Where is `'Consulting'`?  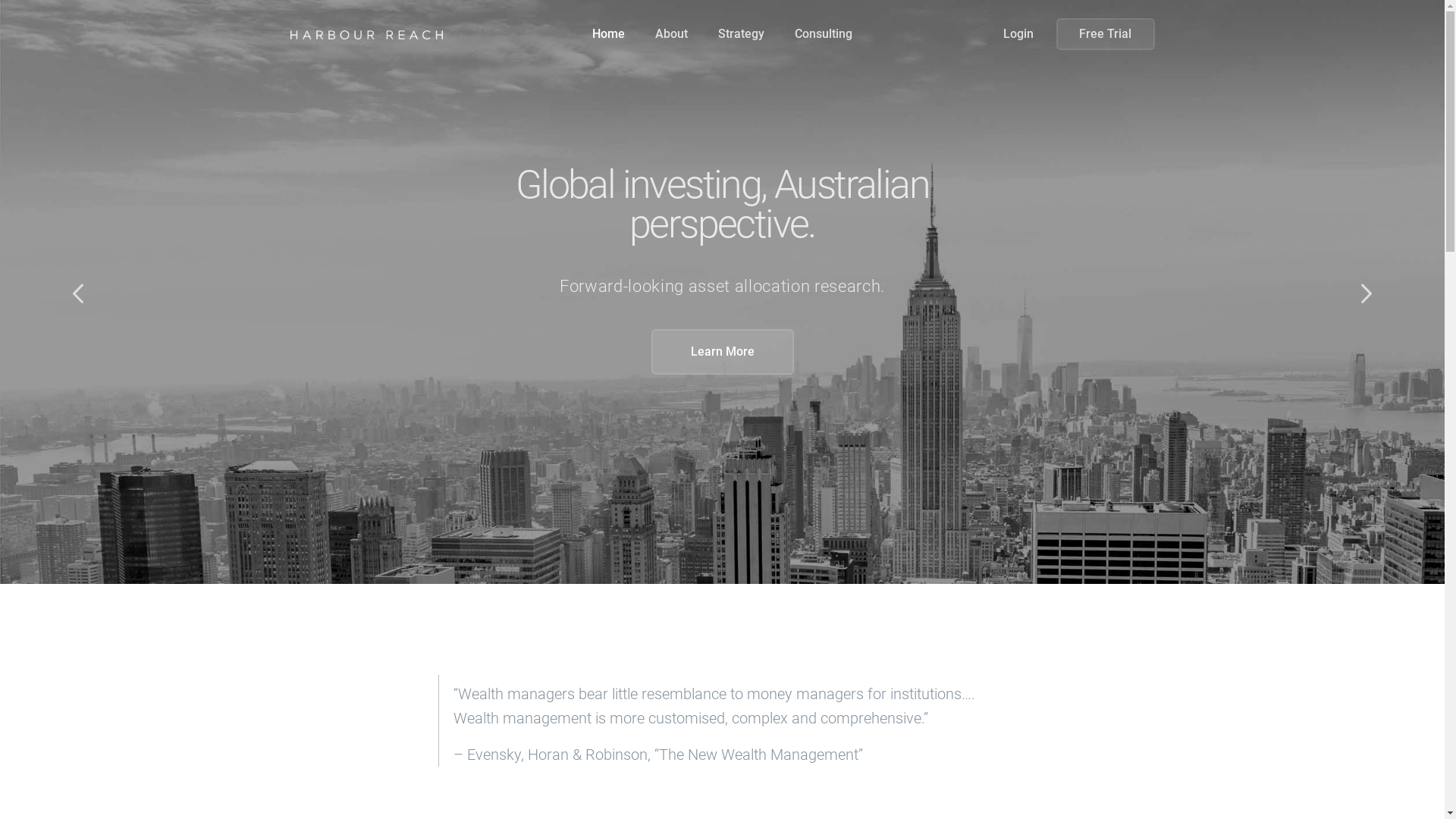 'Consulting' is located at coordinates (822, 33).